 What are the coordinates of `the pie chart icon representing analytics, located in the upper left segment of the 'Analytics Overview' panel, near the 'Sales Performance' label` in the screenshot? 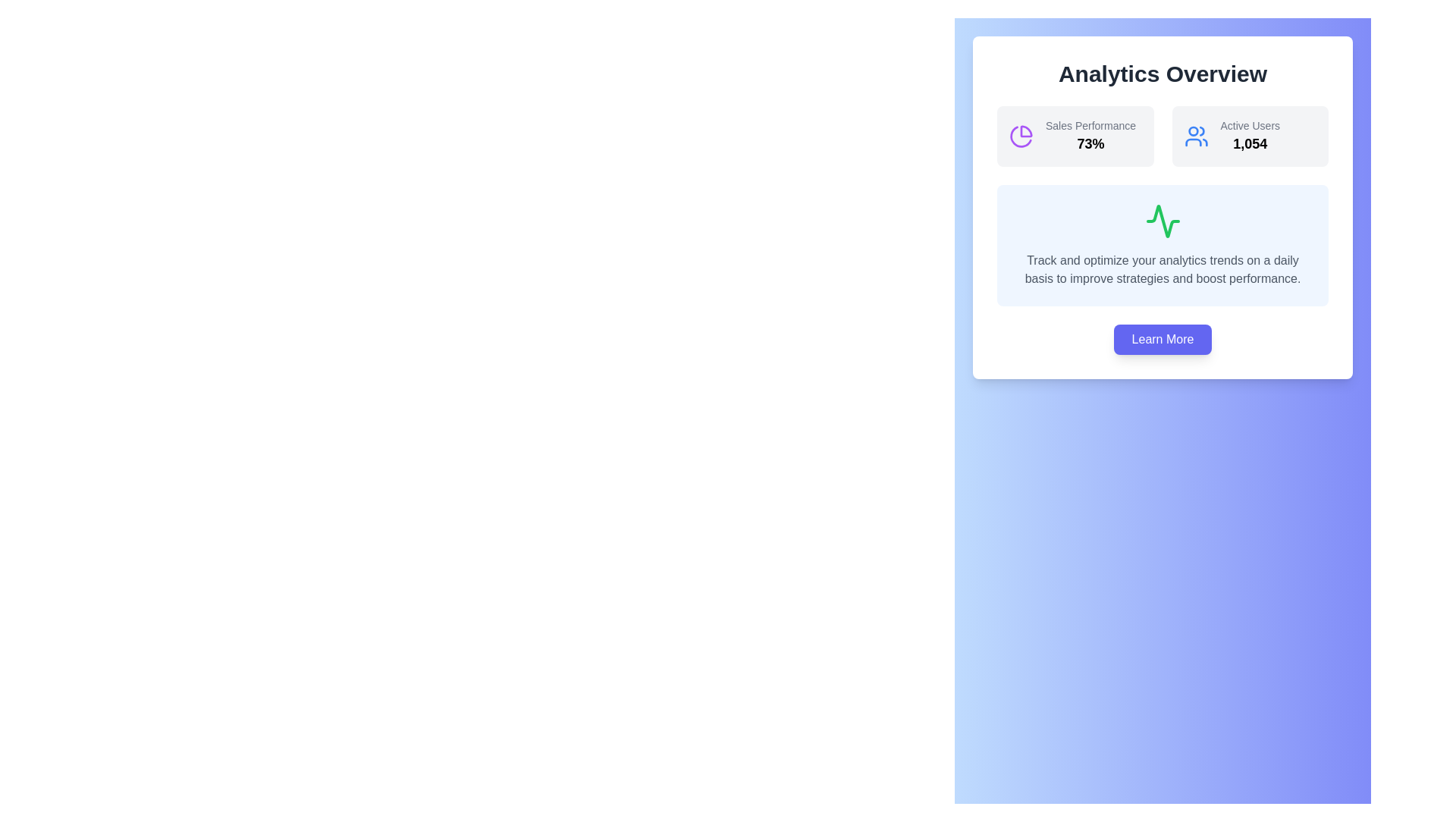 It's located at (1021, 136).